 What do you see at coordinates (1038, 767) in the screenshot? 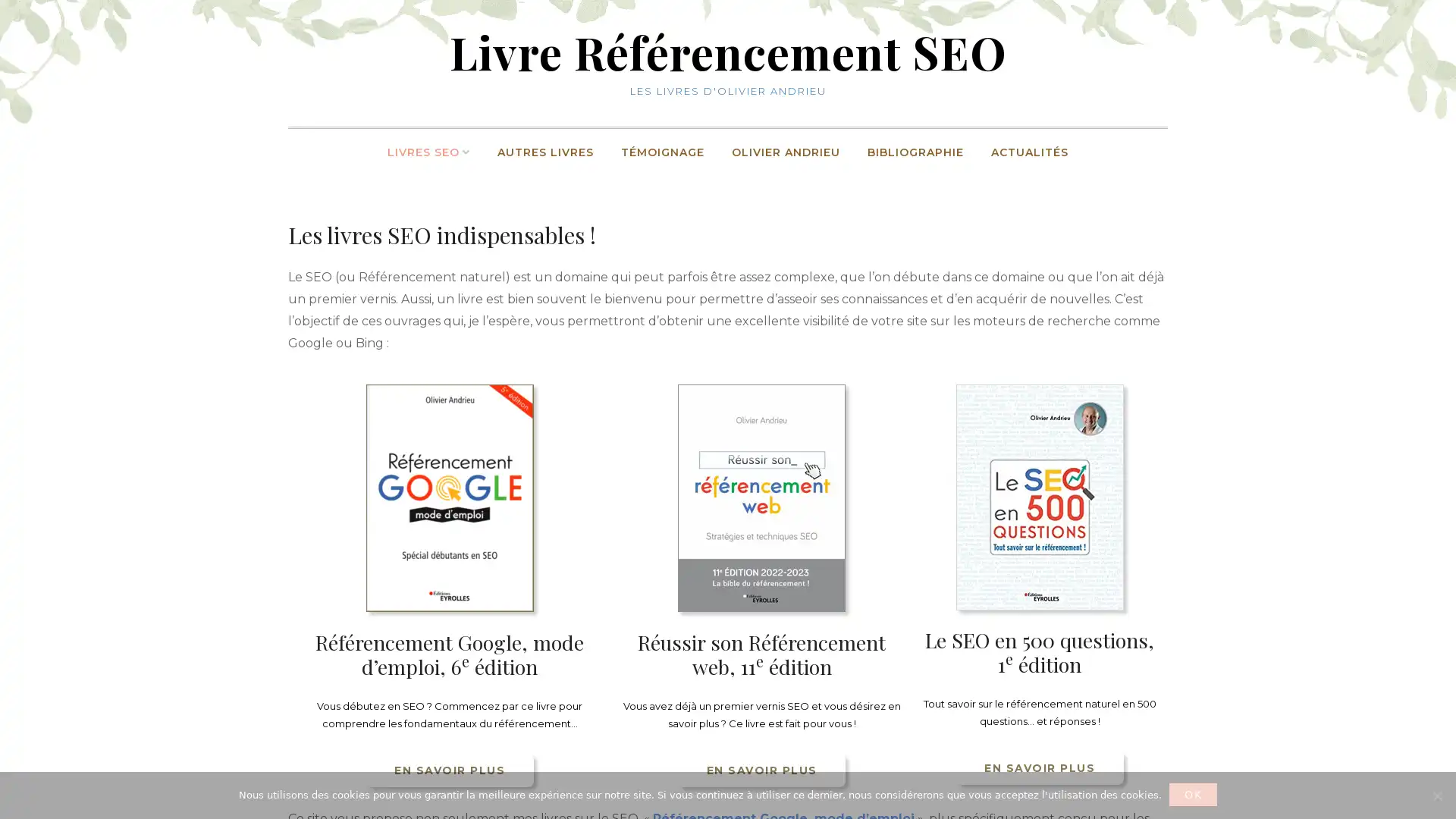
I see `EN SAVOIR PLUS` at bounding box center [1038, 767].